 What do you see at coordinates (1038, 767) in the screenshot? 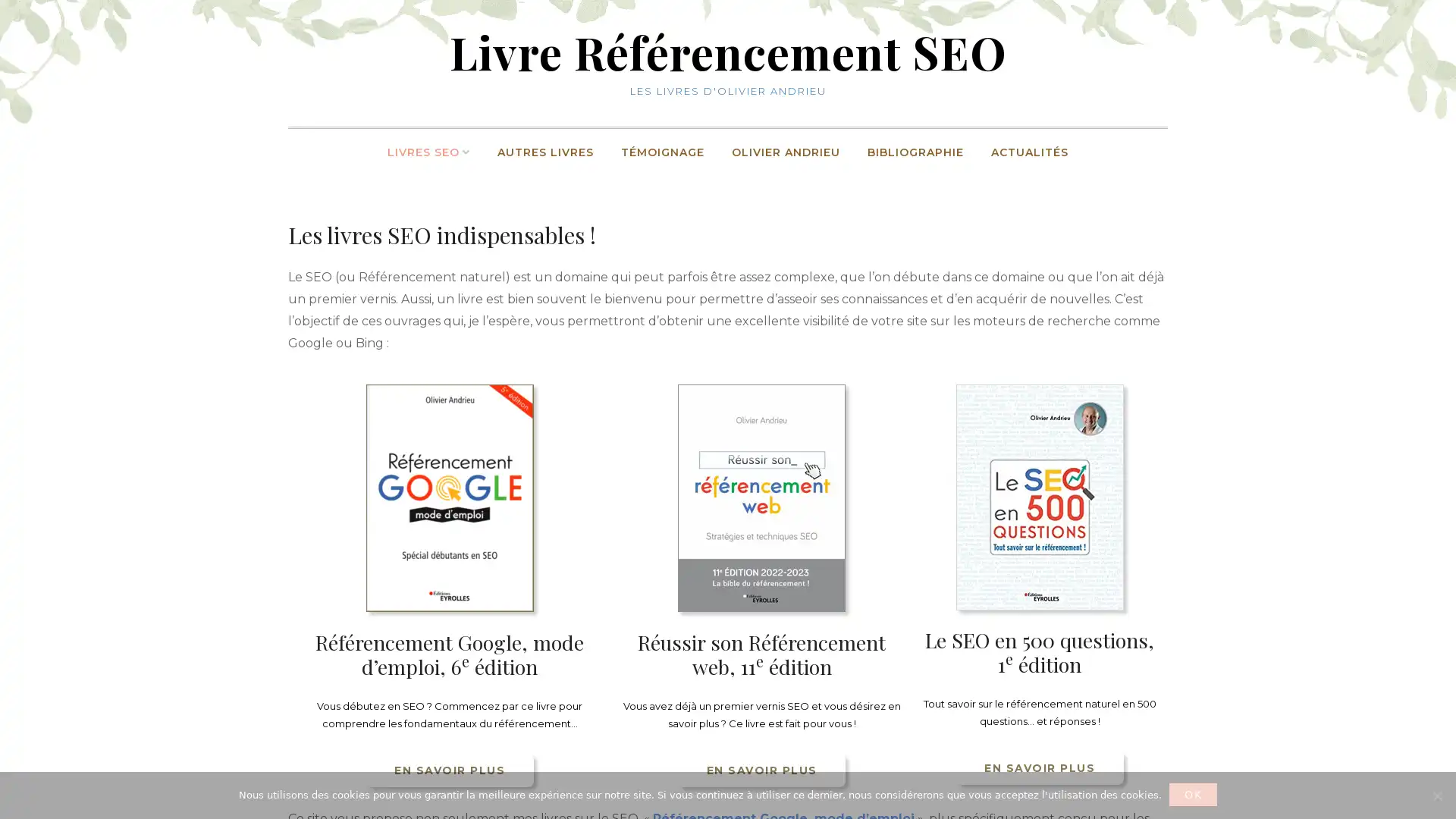
I see `EN SAVOIR PLUS` at bounding box center [1038, 767].